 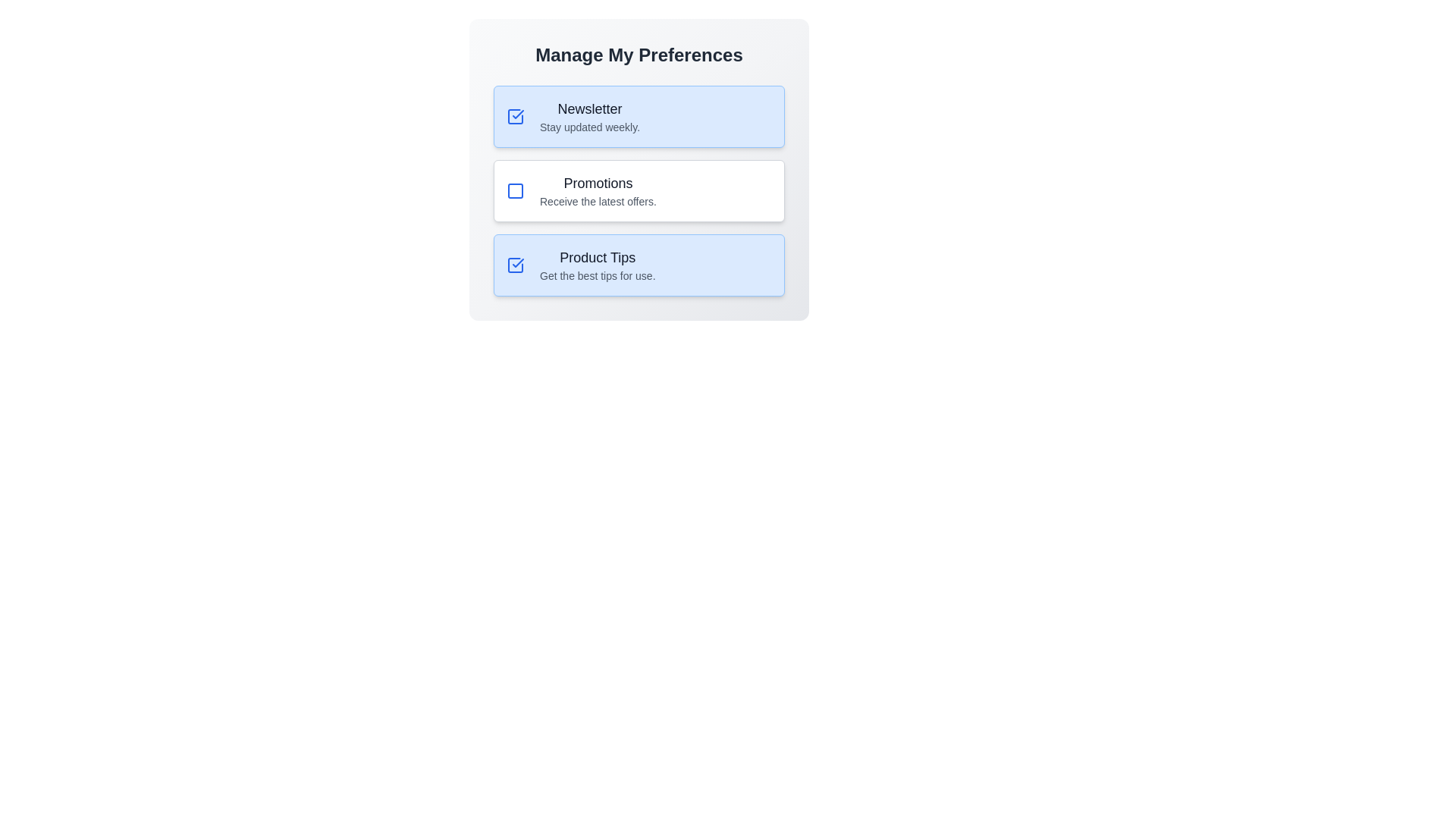 I want to click on the checkmark symbol indicating the 'checked' state of the 'Product Tips' checkbox, which is located at the bottom of the list of options, so click(x=518, y=262).